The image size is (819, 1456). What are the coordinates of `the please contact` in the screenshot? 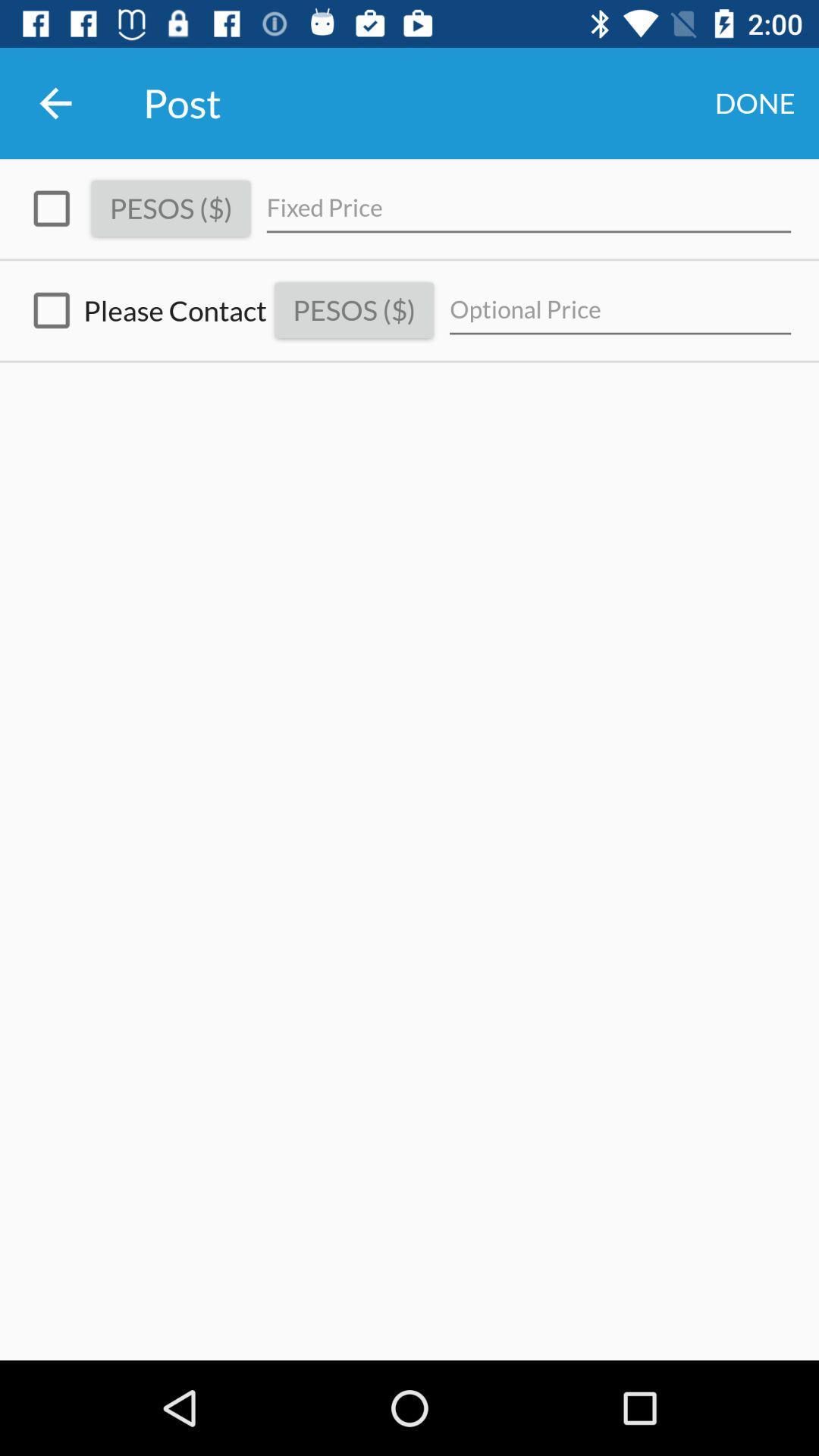 It's located at (143, 309).